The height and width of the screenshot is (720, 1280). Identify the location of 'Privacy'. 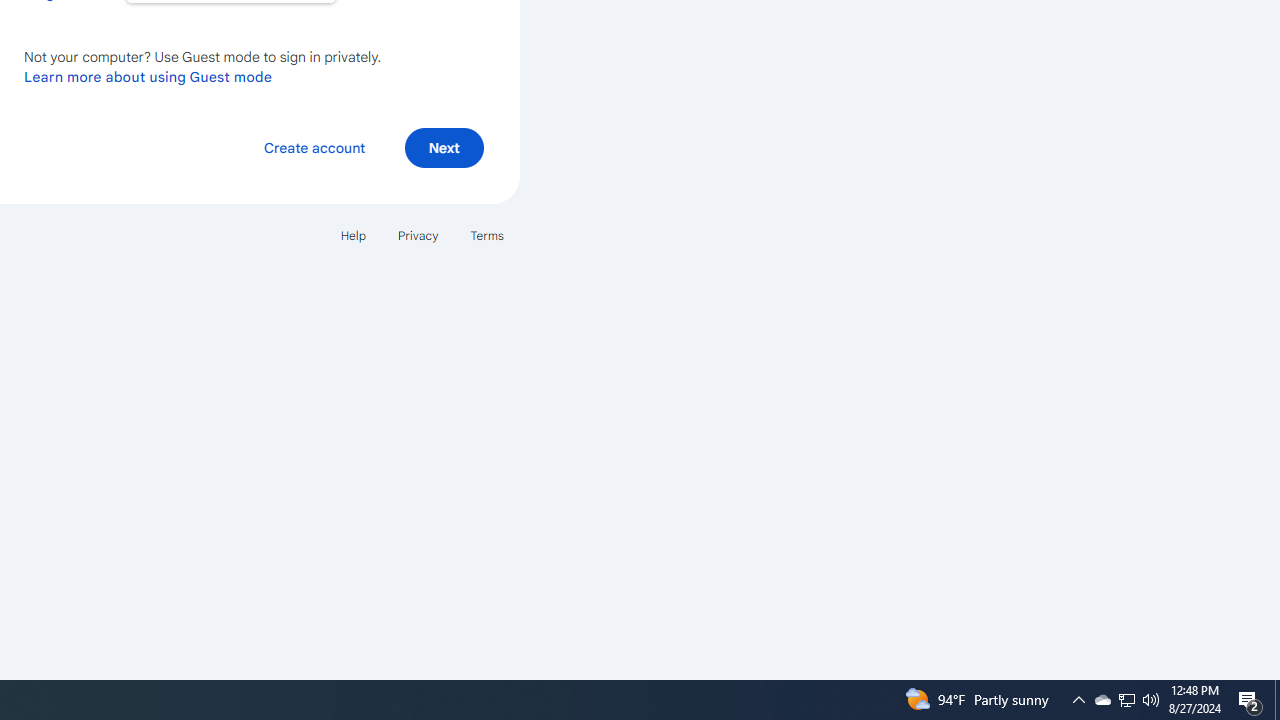
(416, 234).